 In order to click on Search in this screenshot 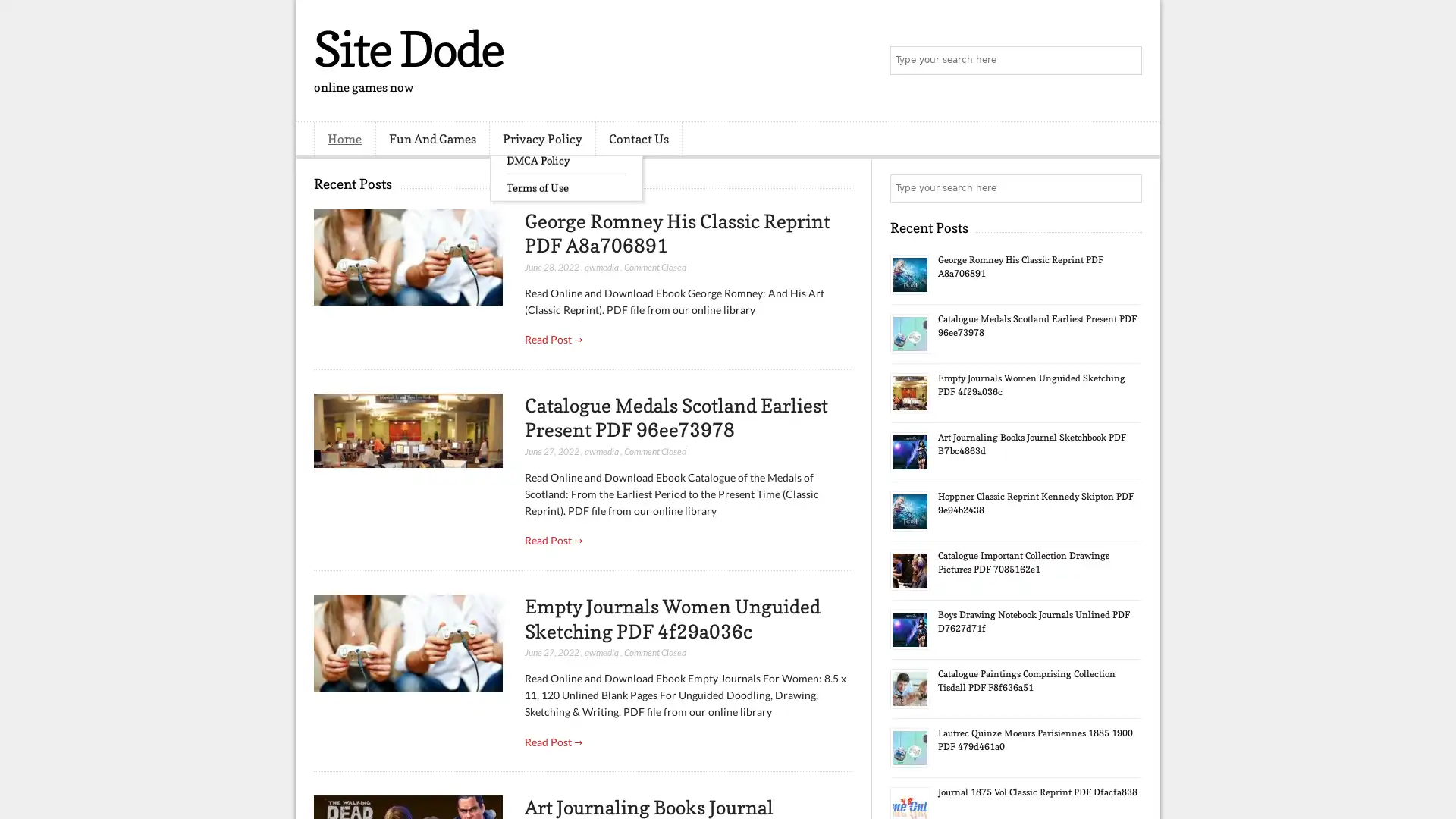, I will do `click(1126, 61)`.